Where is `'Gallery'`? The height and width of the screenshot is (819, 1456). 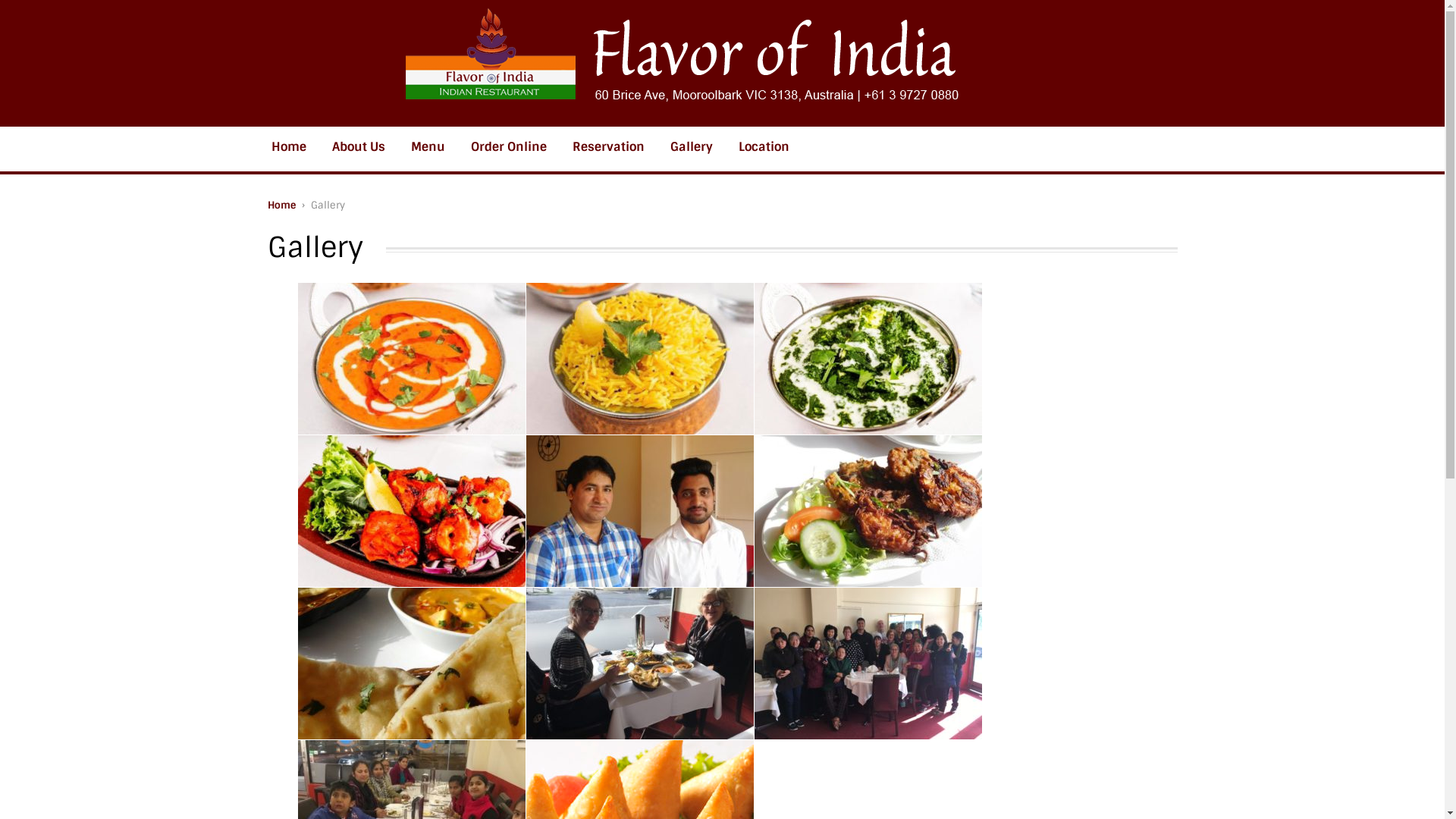 'Gallery' is located at coordinates (691, 146).